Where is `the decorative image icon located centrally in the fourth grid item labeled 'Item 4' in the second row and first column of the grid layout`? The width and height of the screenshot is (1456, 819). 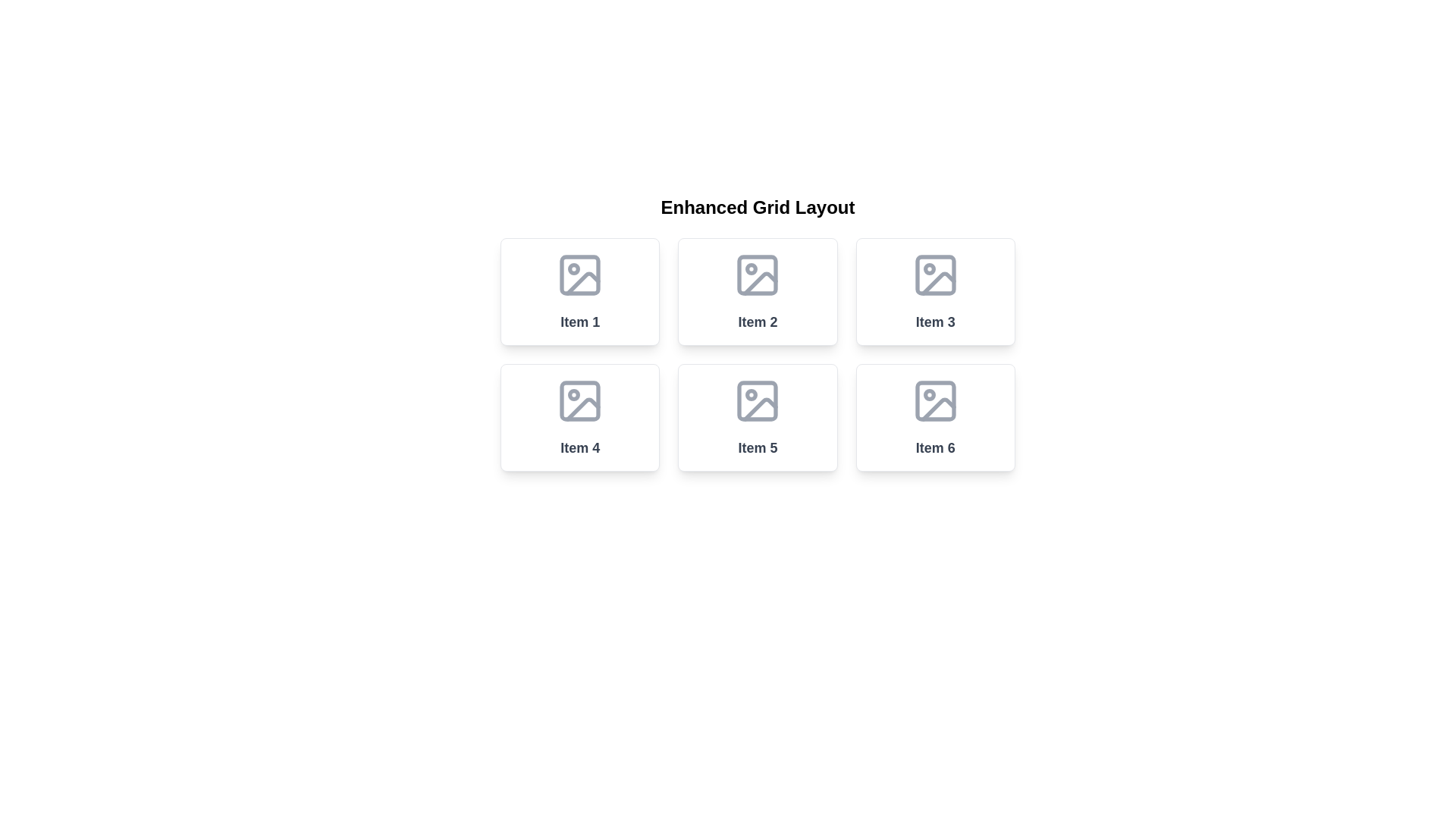
the decorative image icon located centrally in the fourth grid item labeled 'Item 4' in the second row and first column of the grid layout is located at coordinates (579, 400).